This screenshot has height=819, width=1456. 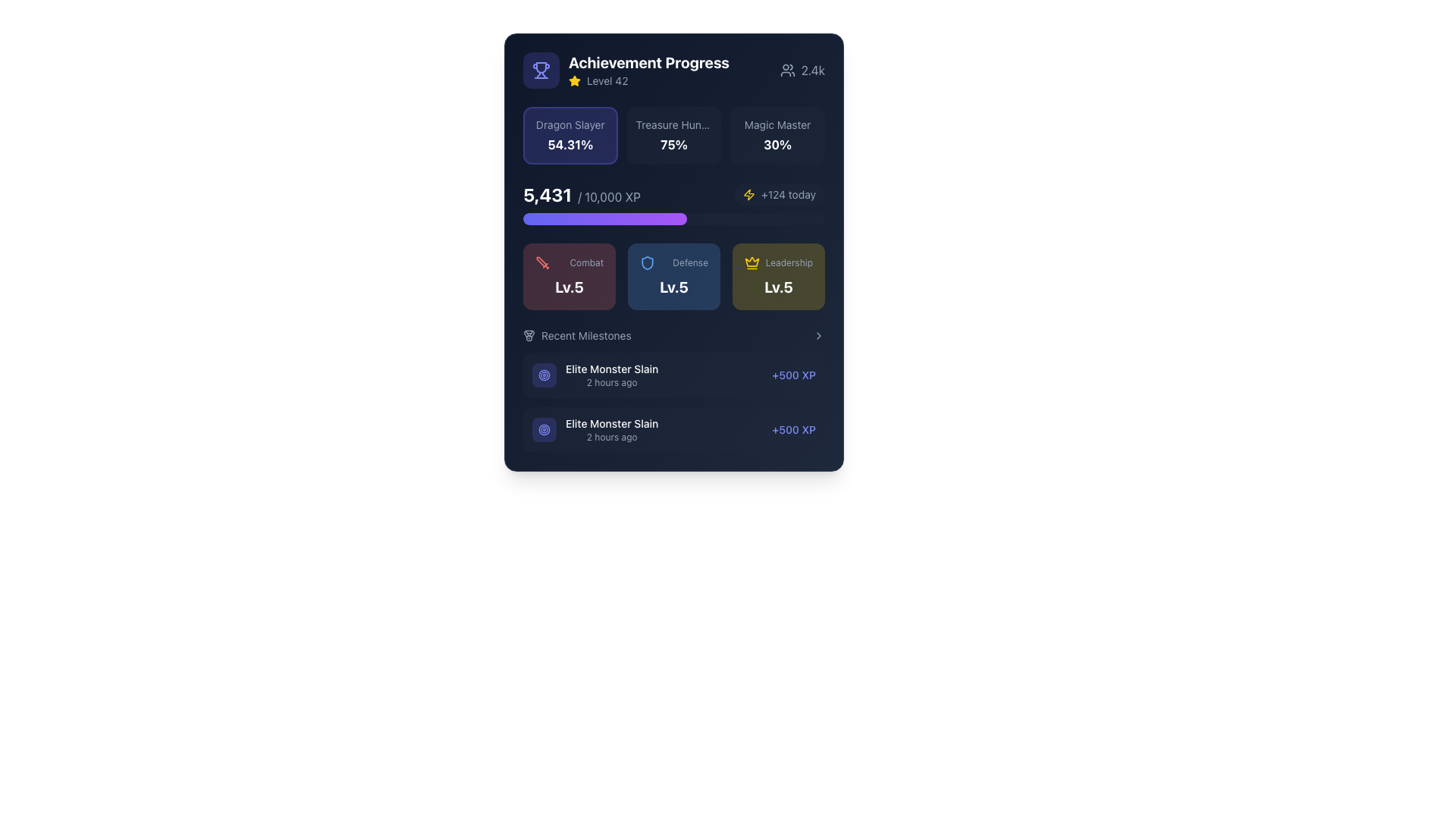 I want to click on the decorative icon with concentric circles and a central dot, which is indigo in color, located in the 'Recent Milestones' section next to 'Elite Monster Slain', so click(x=544, y=375).